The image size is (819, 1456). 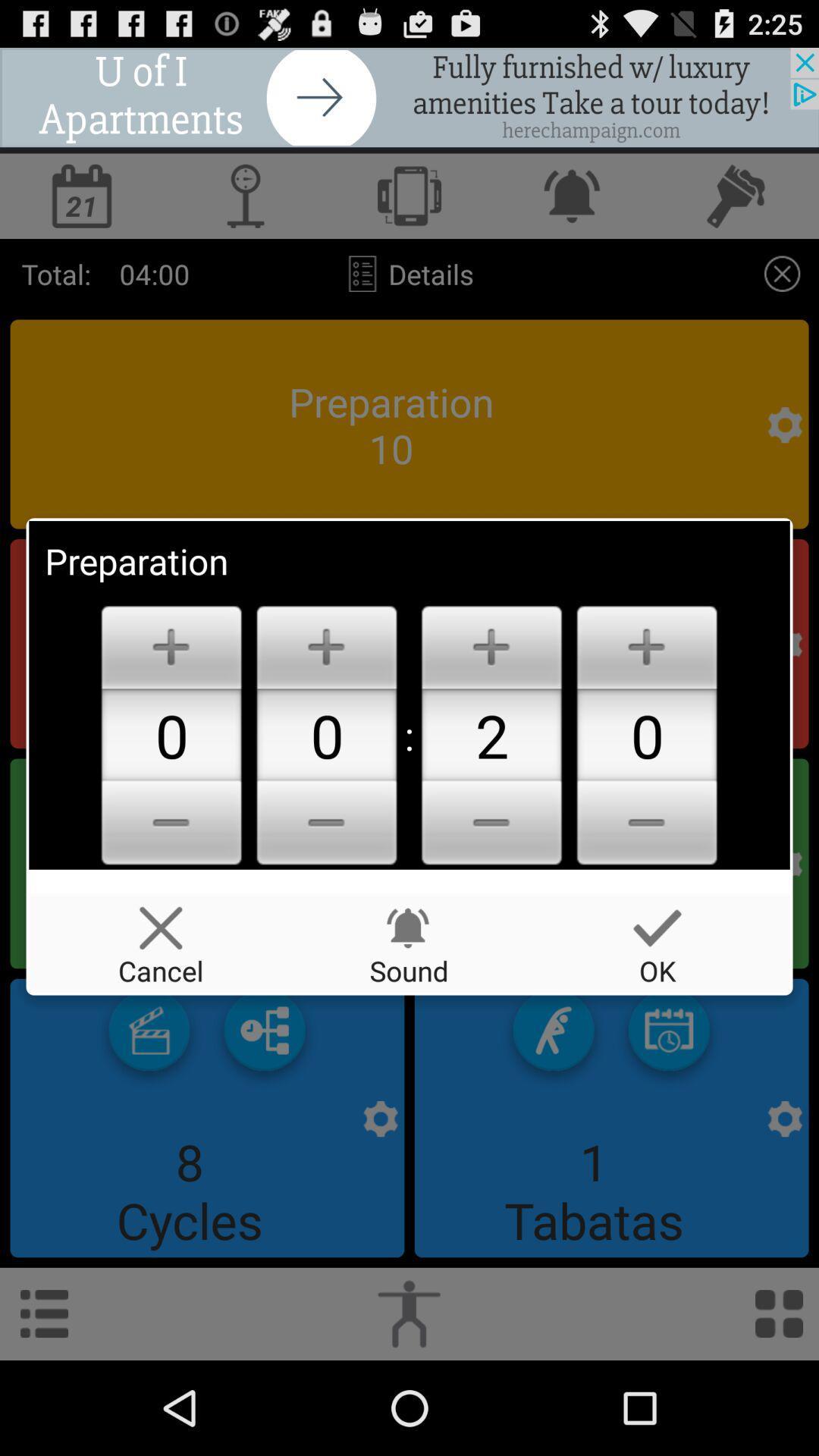 I want to click on the notifications icon, so click(x=573, y=209).